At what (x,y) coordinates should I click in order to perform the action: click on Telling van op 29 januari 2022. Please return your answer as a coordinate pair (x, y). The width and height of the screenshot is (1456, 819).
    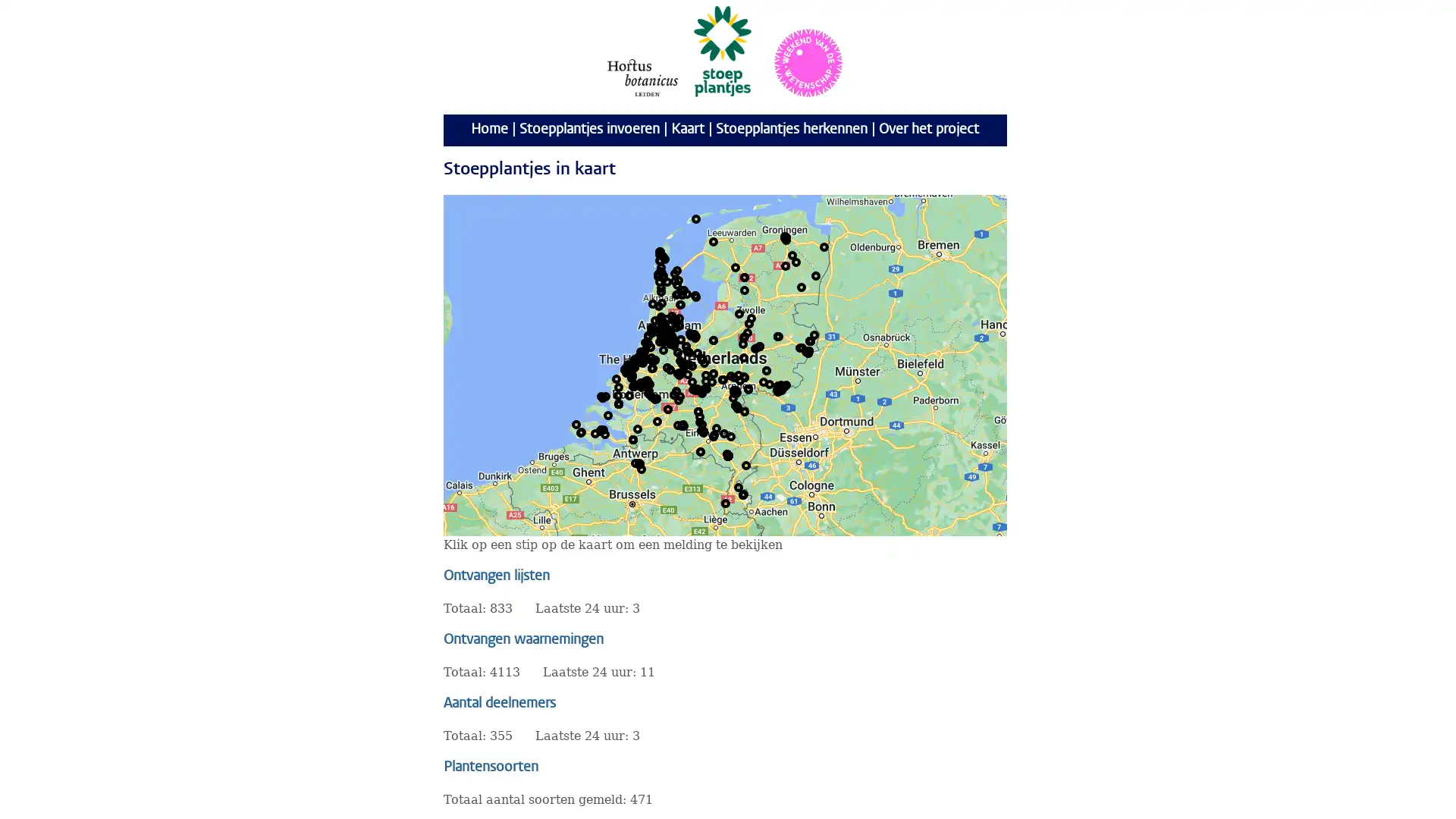
    Looking at the image, I should click on (662, 332).